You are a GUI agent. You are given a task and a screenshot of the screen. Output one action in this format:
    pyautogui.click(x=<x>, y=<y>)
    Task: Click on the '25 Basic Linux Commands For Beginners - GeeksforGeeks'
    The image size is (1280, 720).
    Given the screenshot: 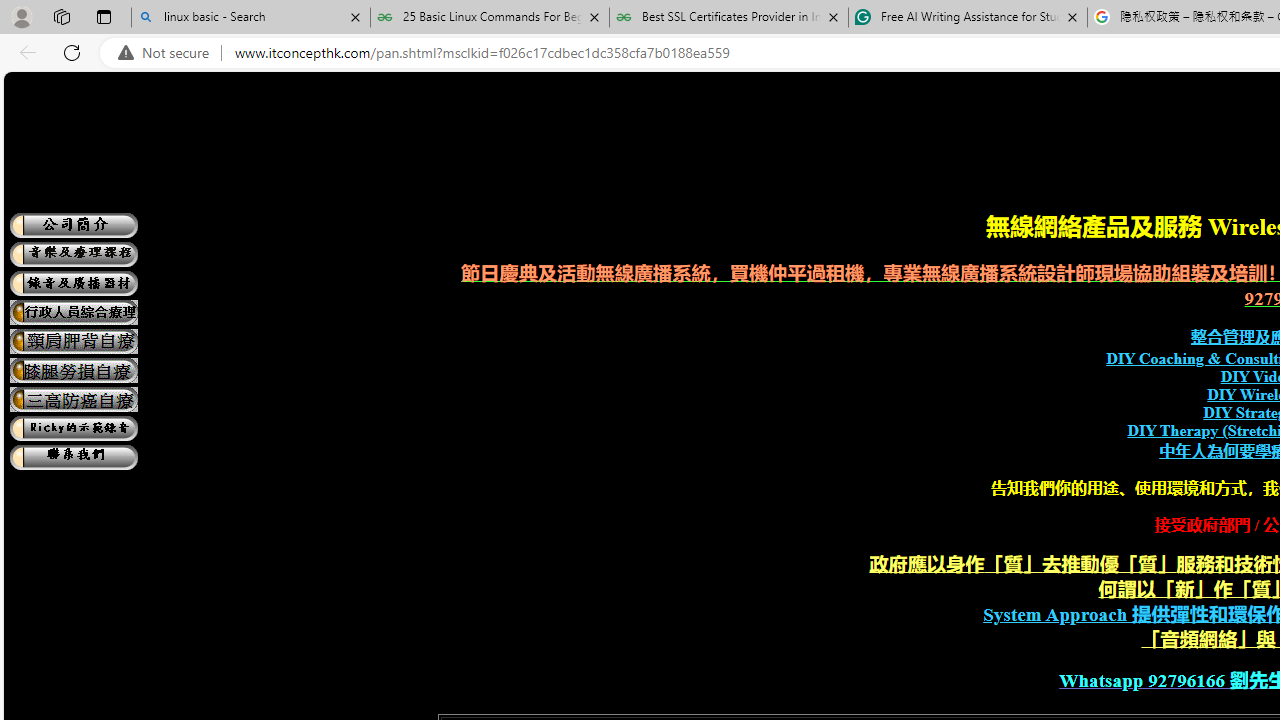 What is the action you would take?
    pyautogui.click(x=490, y=17)
    